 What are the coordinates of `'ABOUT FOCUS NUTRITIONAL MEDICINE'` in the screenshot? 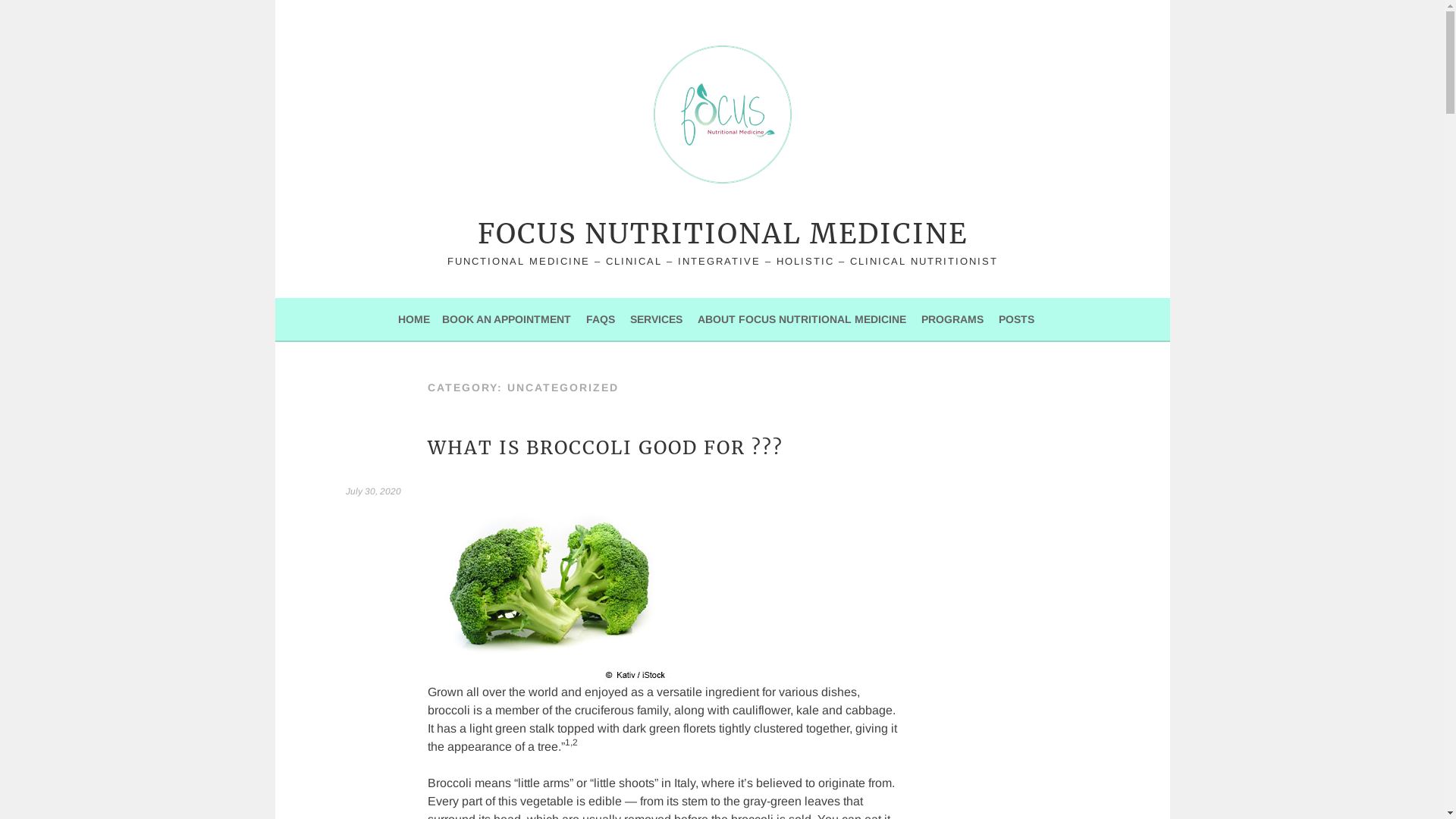 It's located at (801, 318).